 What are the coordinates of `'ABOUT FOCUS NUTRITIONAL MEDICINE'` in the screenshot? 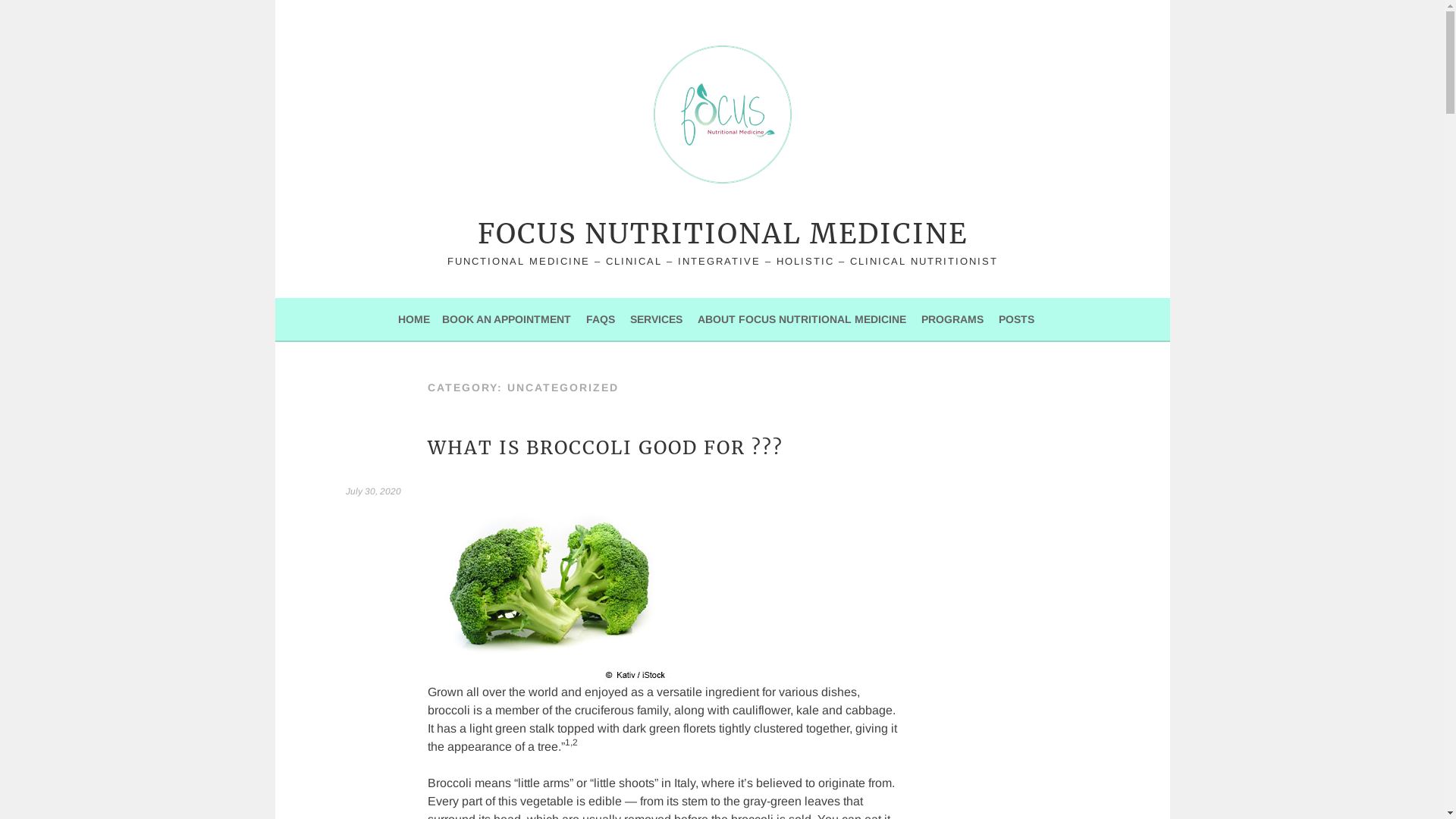 It's located at (801, 318).